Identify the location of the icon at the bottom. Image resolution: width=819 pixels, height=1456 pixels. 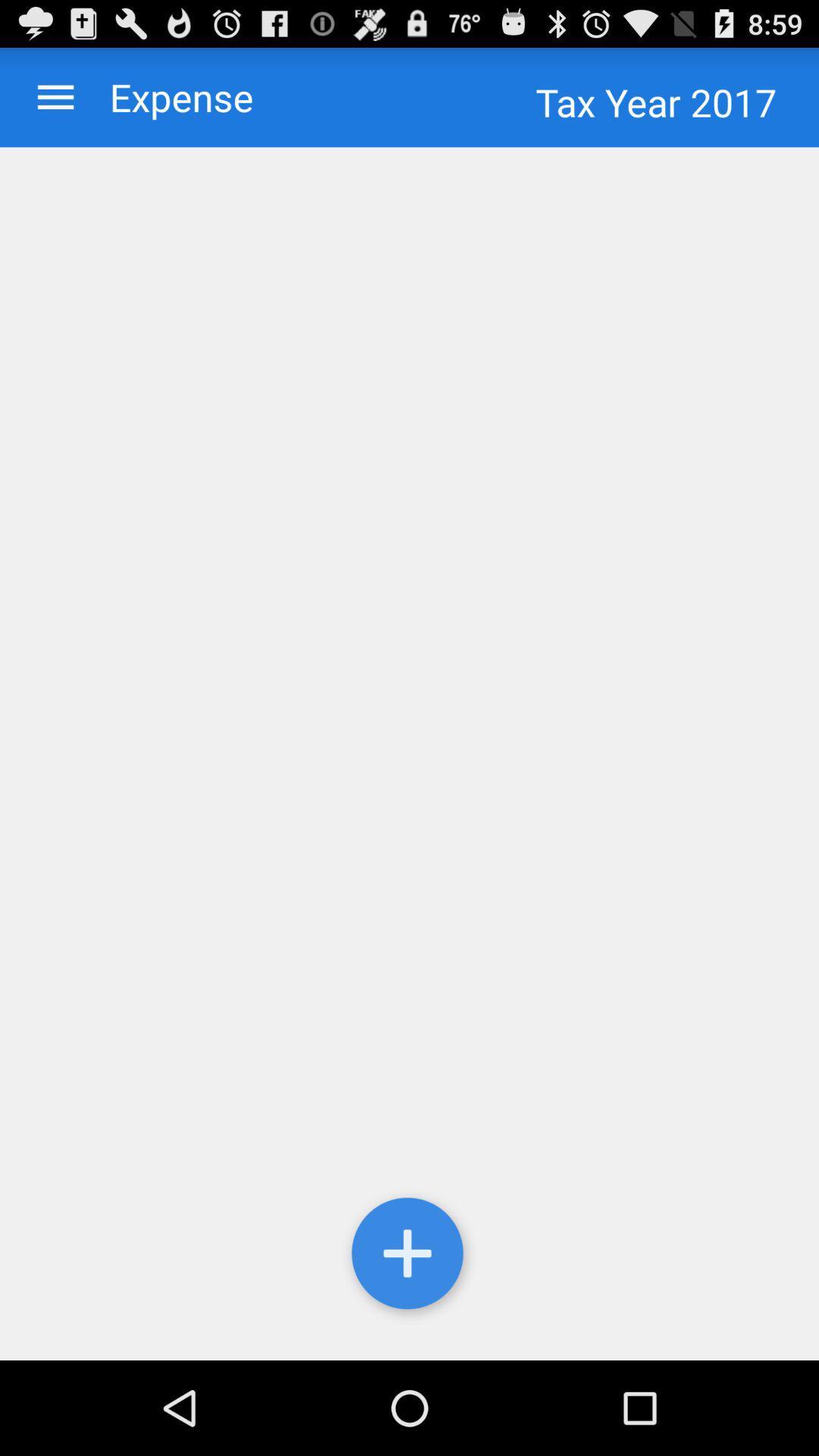
(409, 1257).